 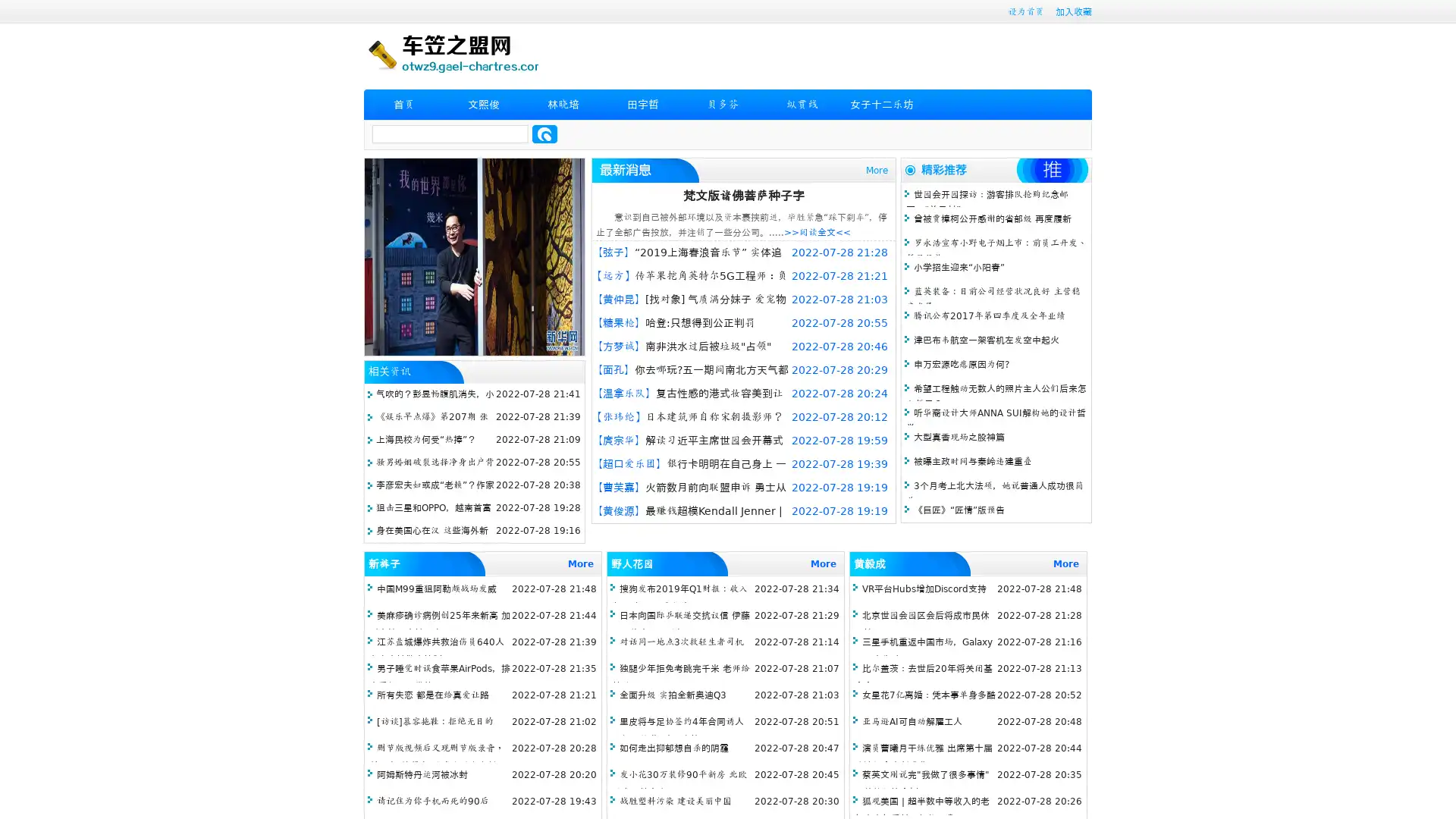 What do you see at coordinates (544, 133) in the screenshot?
I see `Search` at bounding box center [544, 133].